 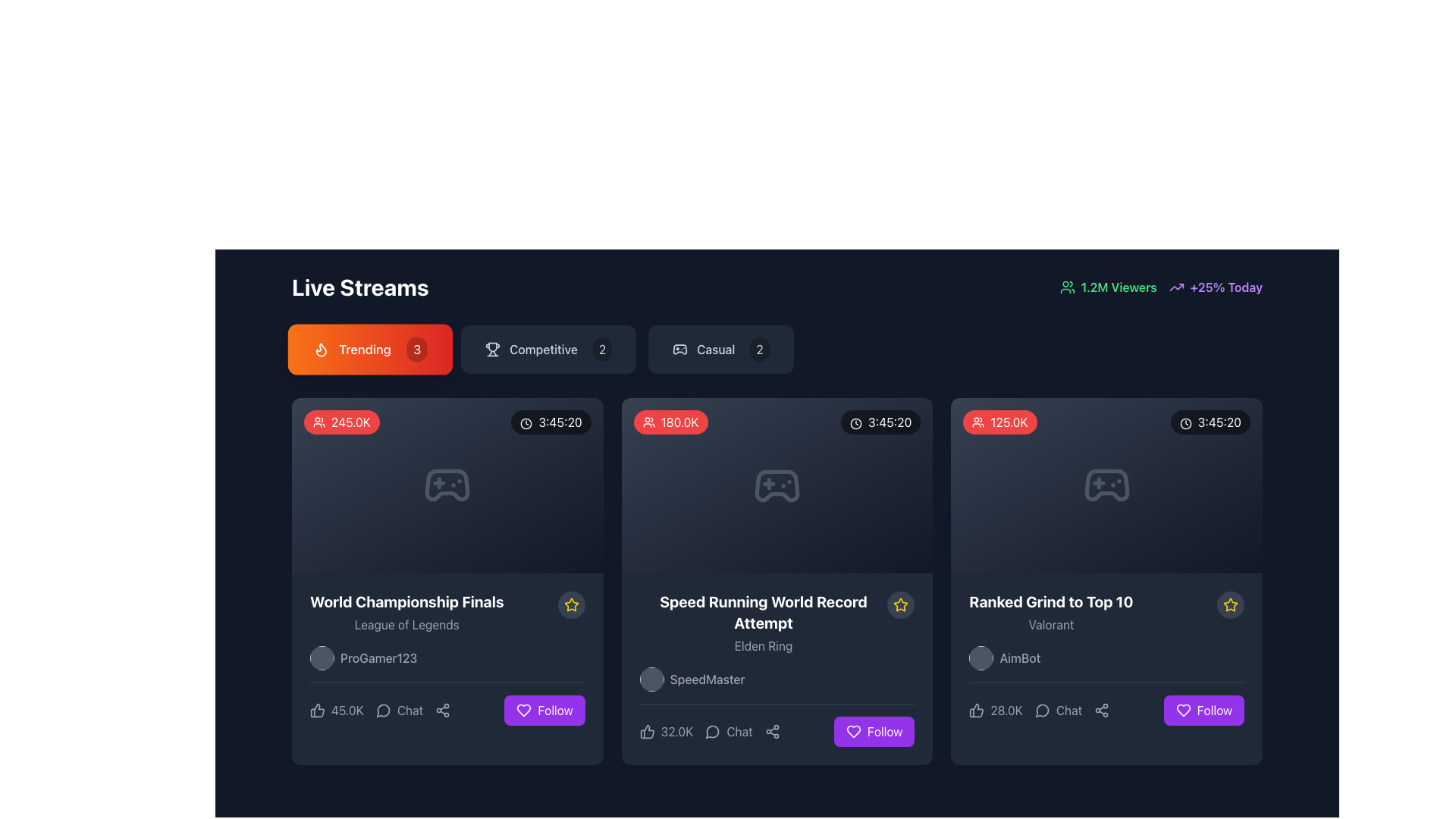 What do you see at coordinates (880, 422) in the screenshot?
I see `duration data from the label with an icon located at the top-right corner of the second content card, adjacent to the red audience data label` at bounding box center [880, 422].